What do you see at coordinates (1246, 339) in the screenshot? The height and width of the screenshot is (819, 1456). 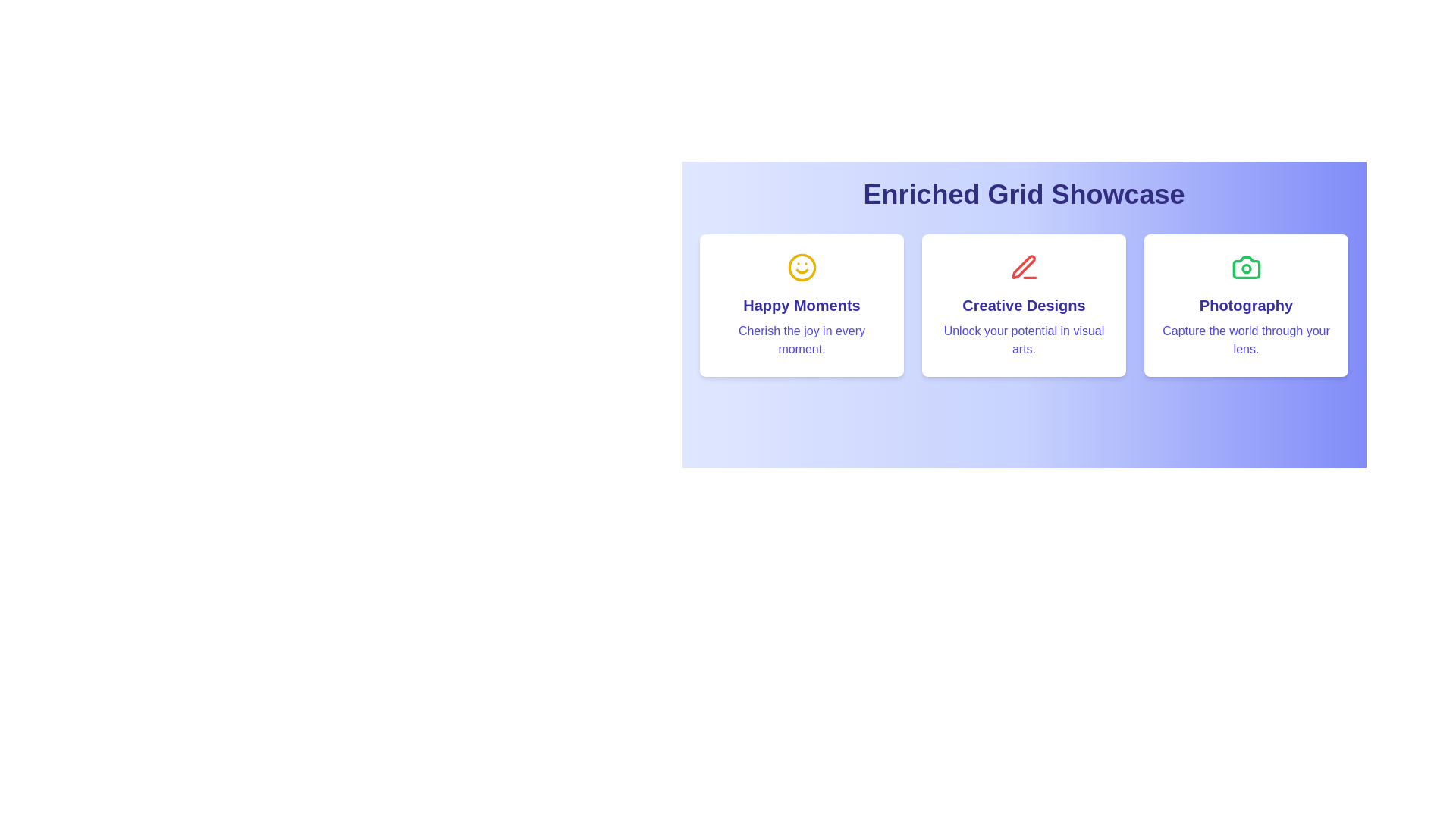 I see `descriptive text label located at the bottom of the 'Photography' card in the grid layout, which provides context and engagement for users` at bounding box center [1246, 339].